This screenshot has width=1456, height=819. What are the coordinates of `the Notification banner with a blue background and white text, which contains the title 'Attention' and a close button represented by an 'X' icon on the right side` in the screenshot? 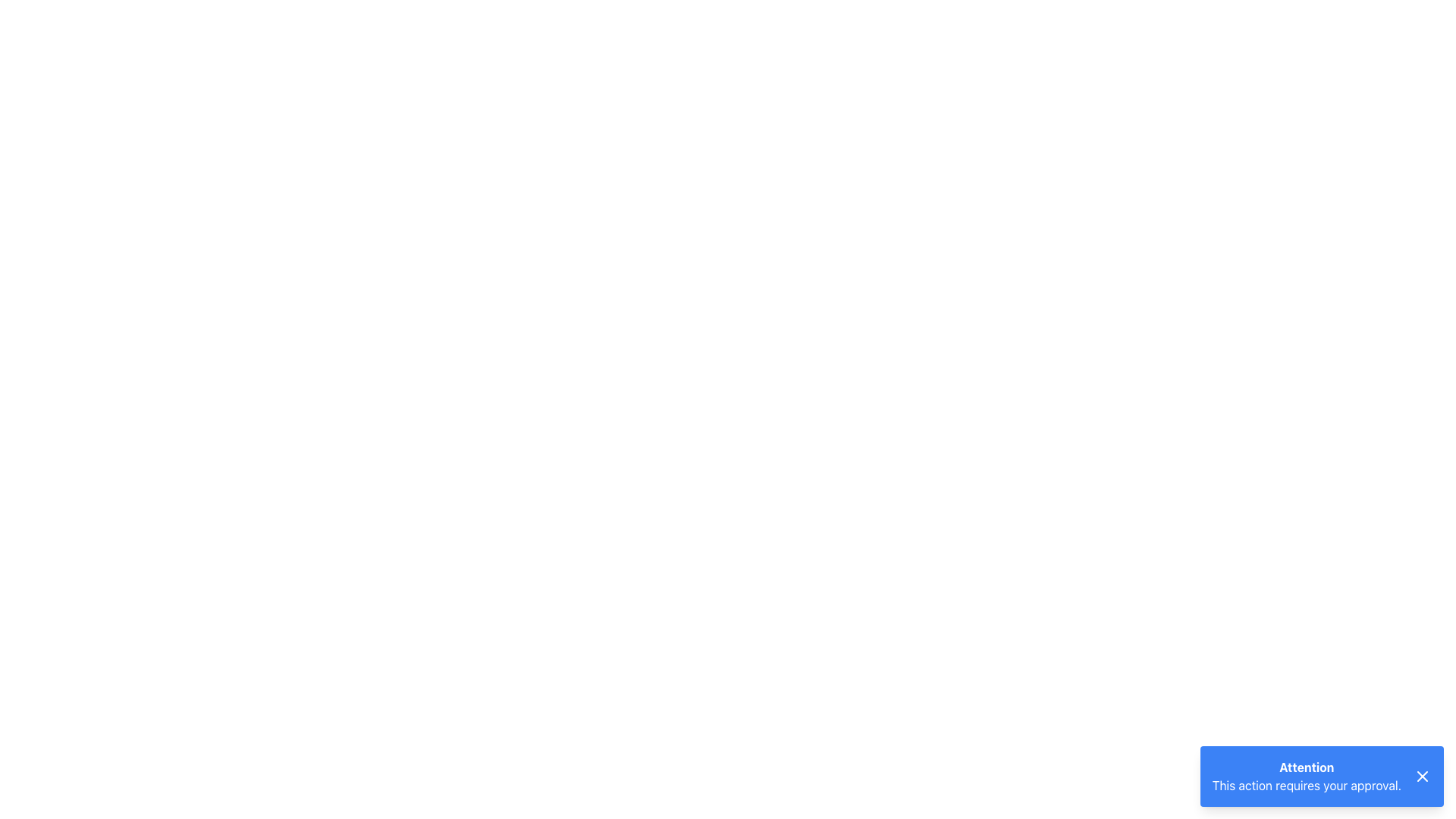 It's located at (1321, 776).